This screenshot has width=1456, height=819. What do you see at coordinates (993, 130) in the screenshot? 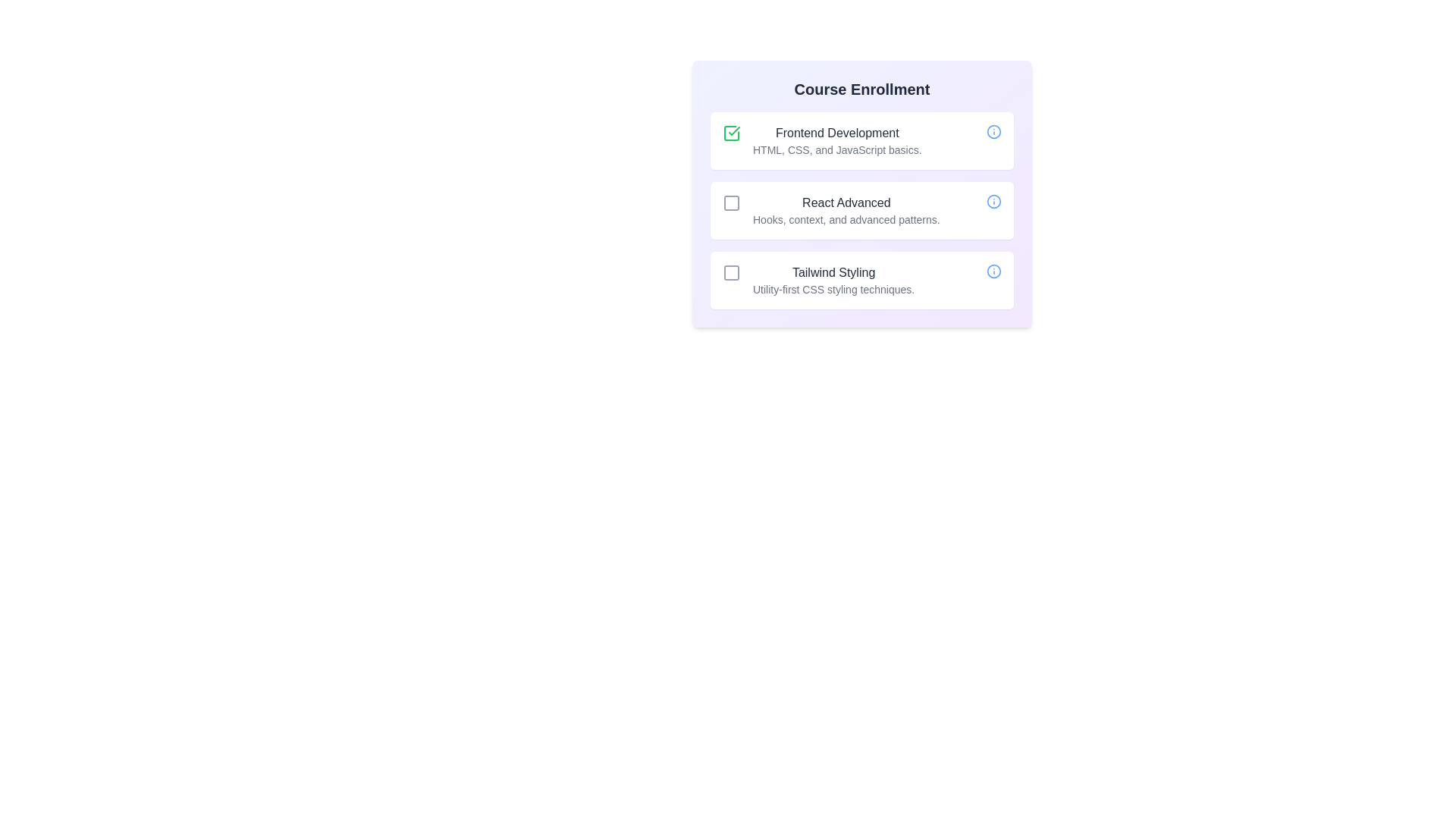
I see `the circular graphical element in the SVG icon that provides additional details about the 'Frontend Development' option, located on the right side of the option in the 'Course Enrollment' section` at bounding box center [993, 130].